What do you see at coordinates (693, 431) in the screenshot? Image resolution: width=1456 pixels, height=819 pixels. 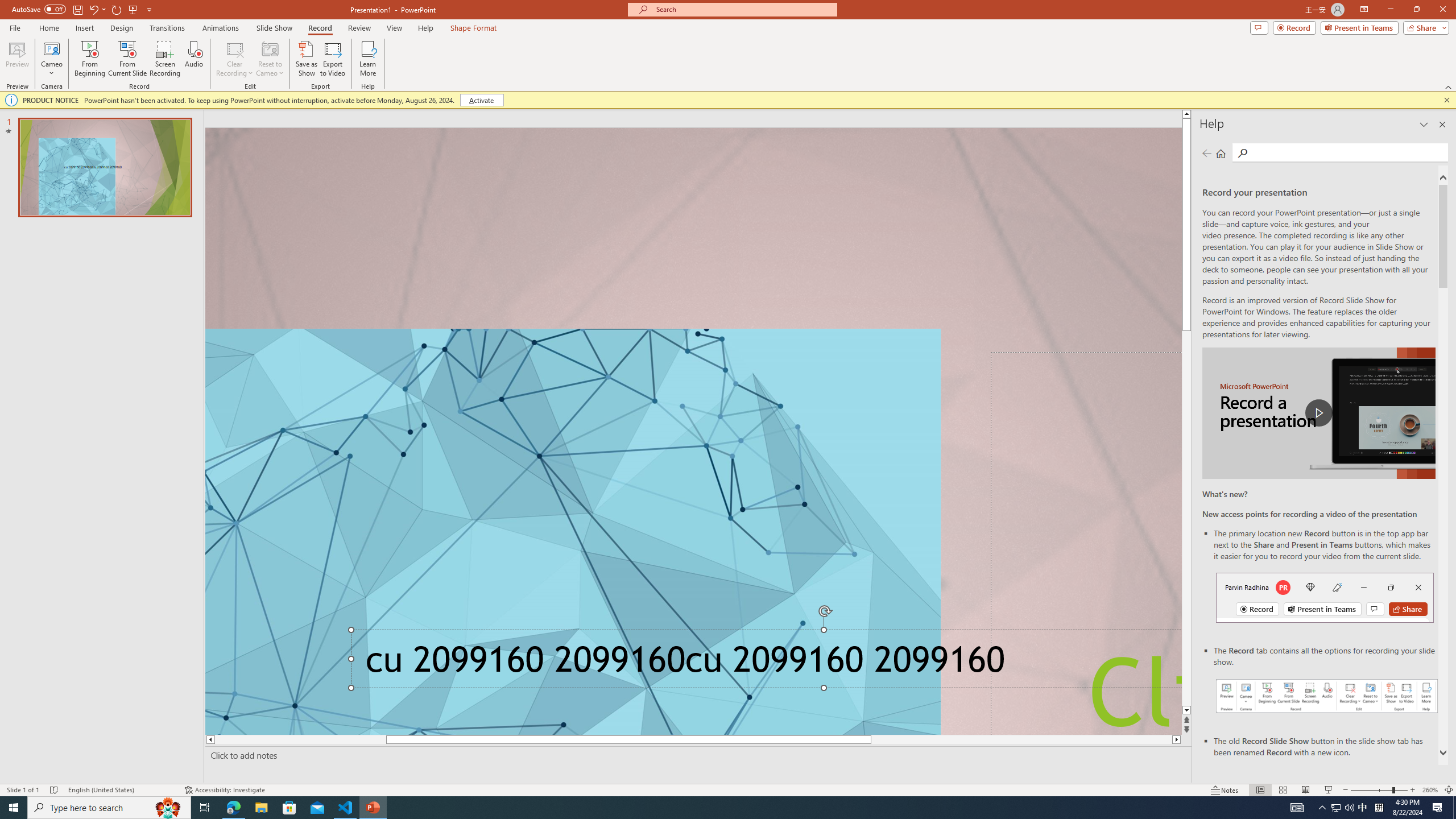 I see `'An abstract genetic concept'` at bounding box center [693, 431].